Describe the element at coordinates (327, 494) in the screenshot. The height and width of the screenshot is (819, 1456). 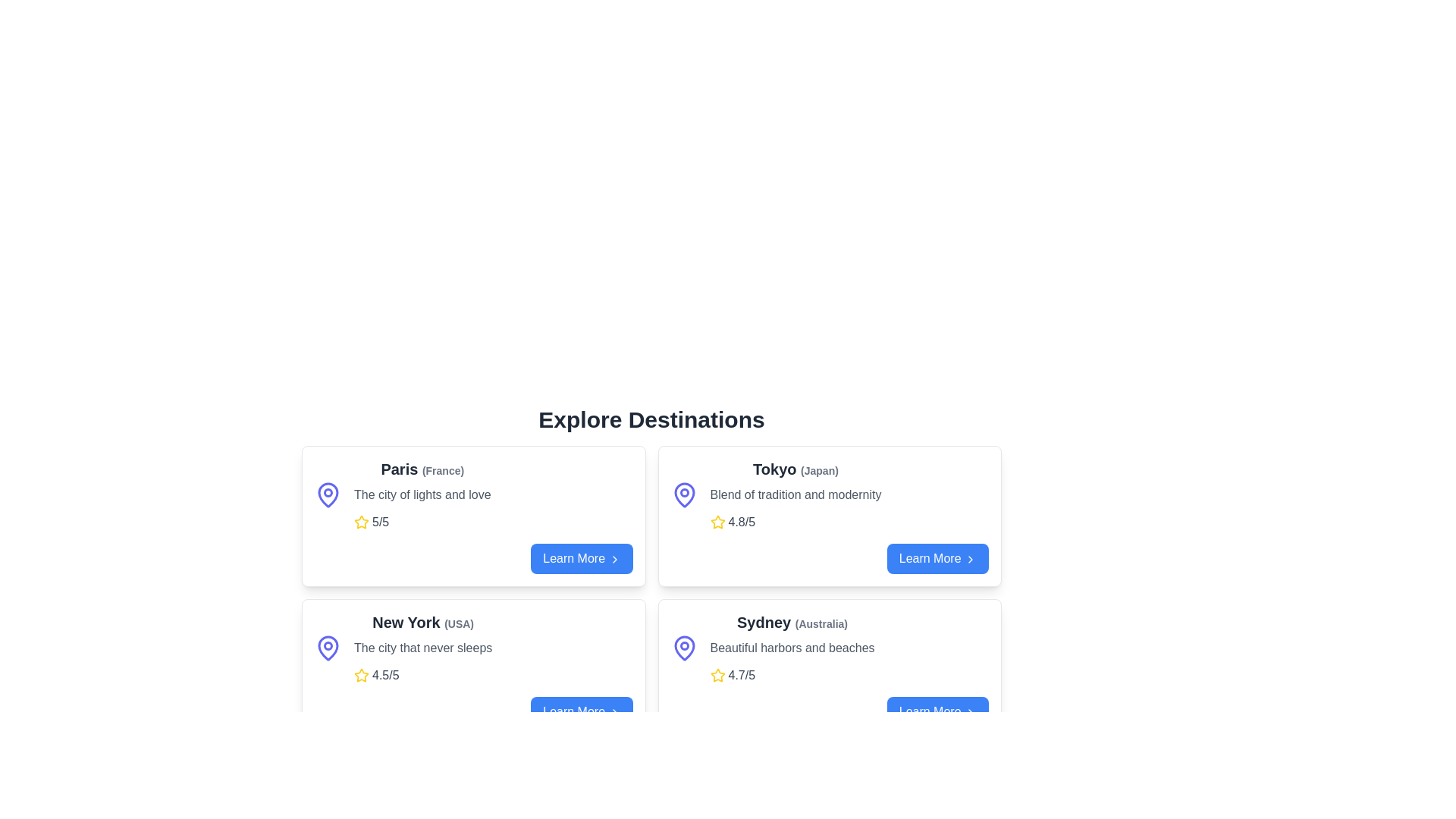
I see `the indigo map pin icon located at the top-left corner of the 'Paris' card, which has a hollow circular center and a sharp downward point` at that location.